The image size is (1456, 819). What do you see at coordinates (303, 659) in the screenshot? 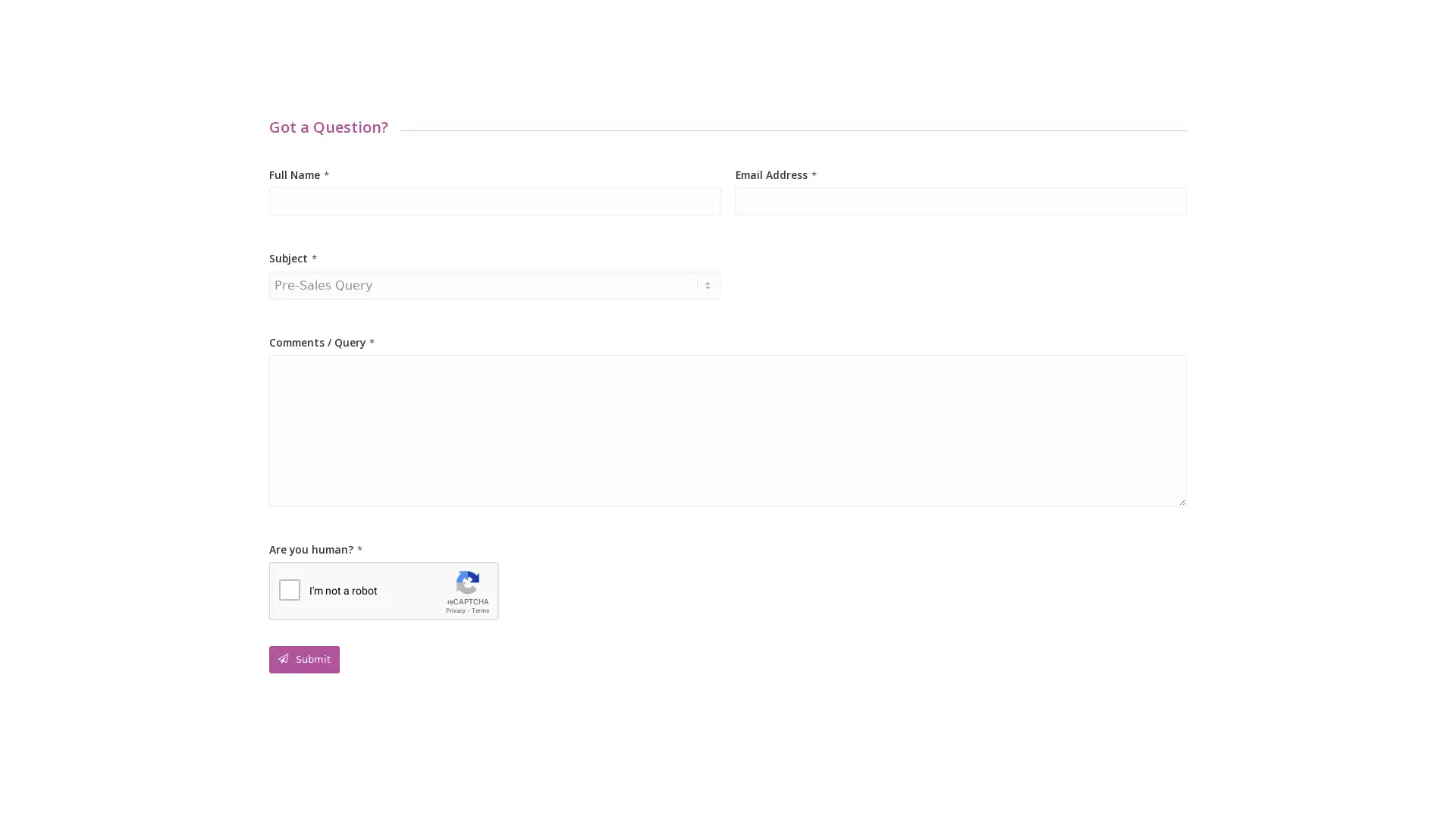
I see `Submit` at bounding box center [303, 659].